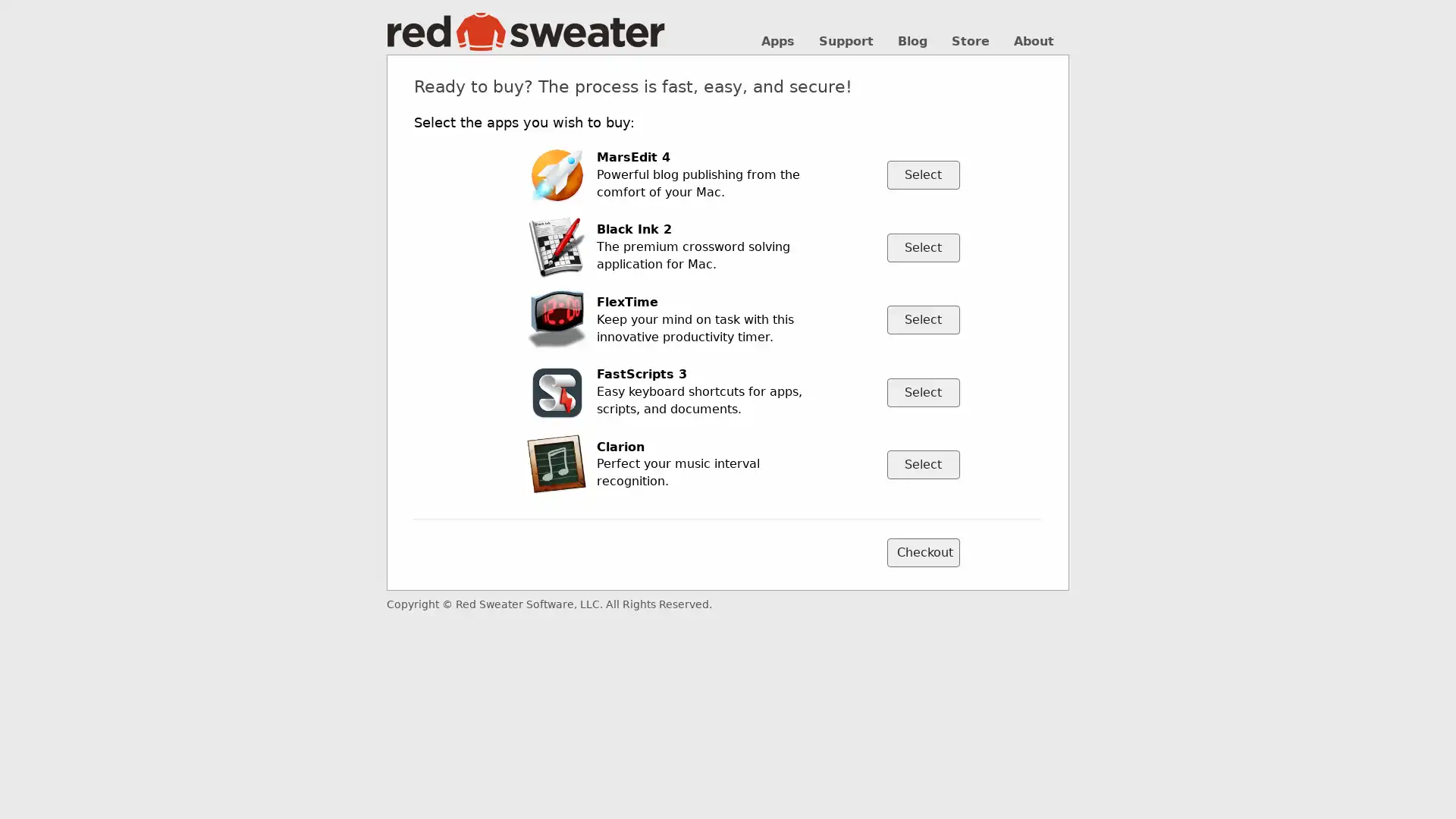  Describe the element at coordinates (922, 246) in the screenshot. I see `Select` at that location.